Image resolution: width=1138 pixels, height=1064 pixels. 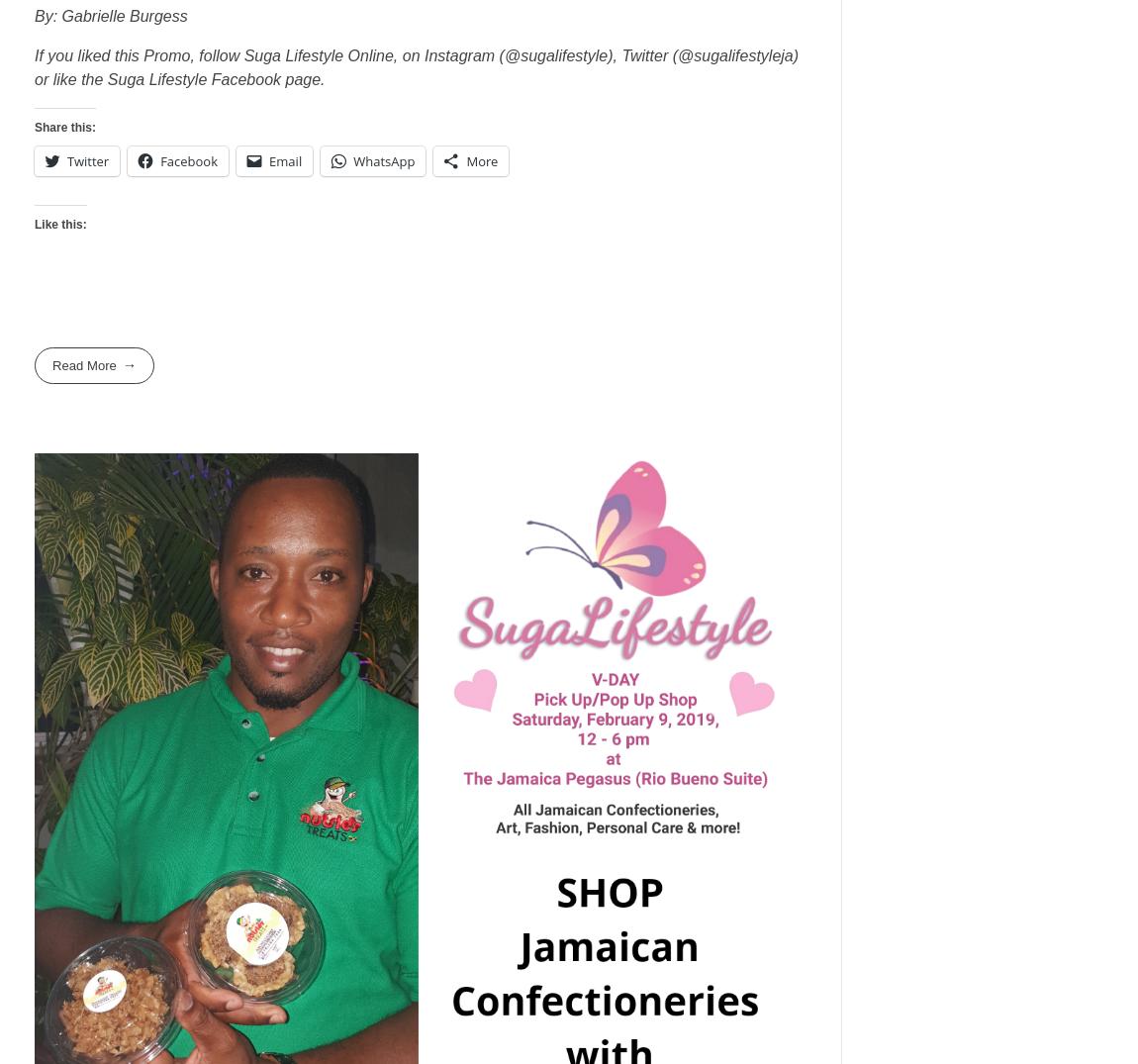 What do you see at coordinates (33, 15) in the screenshot?
I see `'By: Gabrielle Burgess'` at bounding box center [33, 15].